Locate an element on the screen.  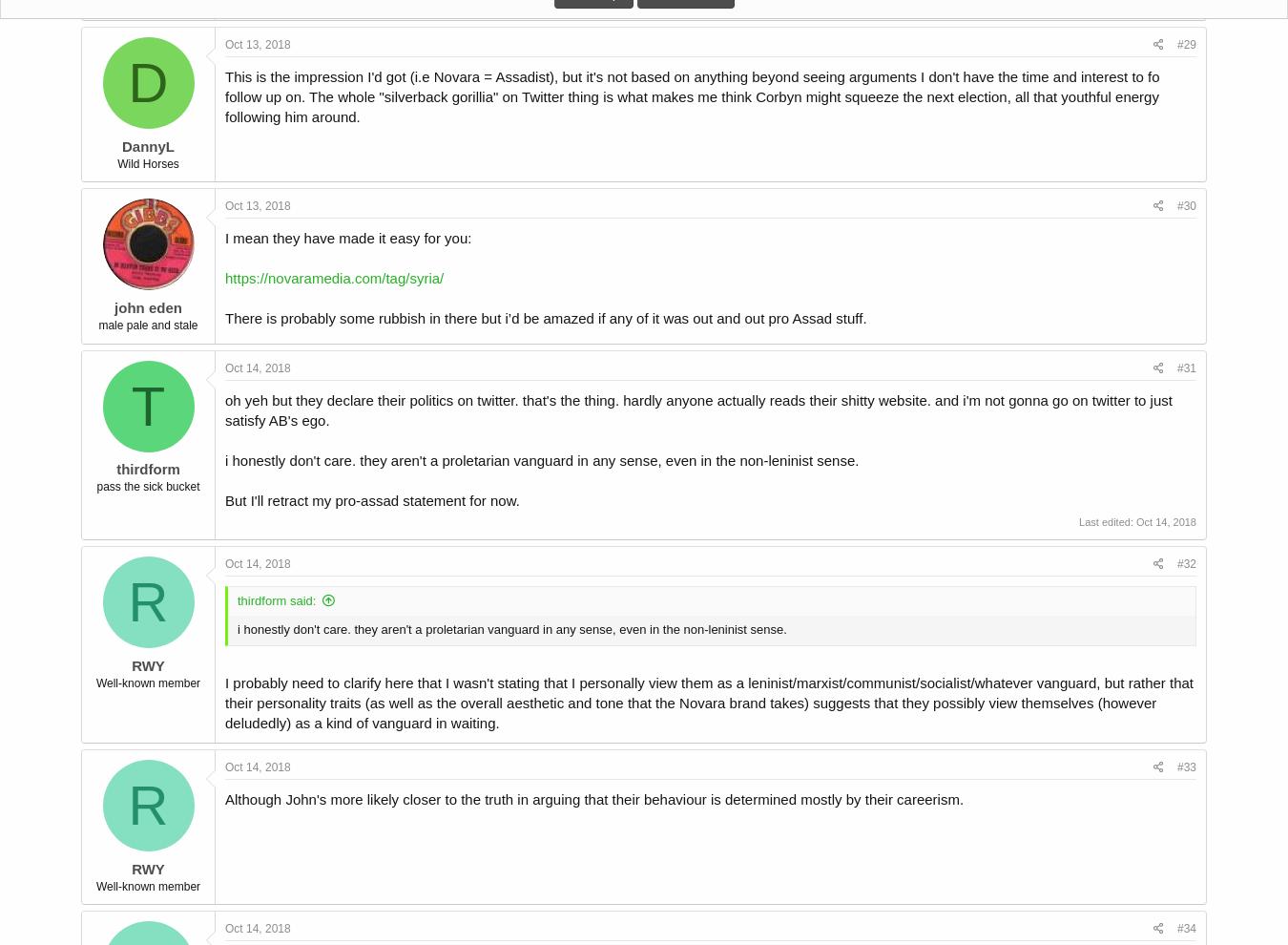
'#33' is located at coordinates (1186, 766).